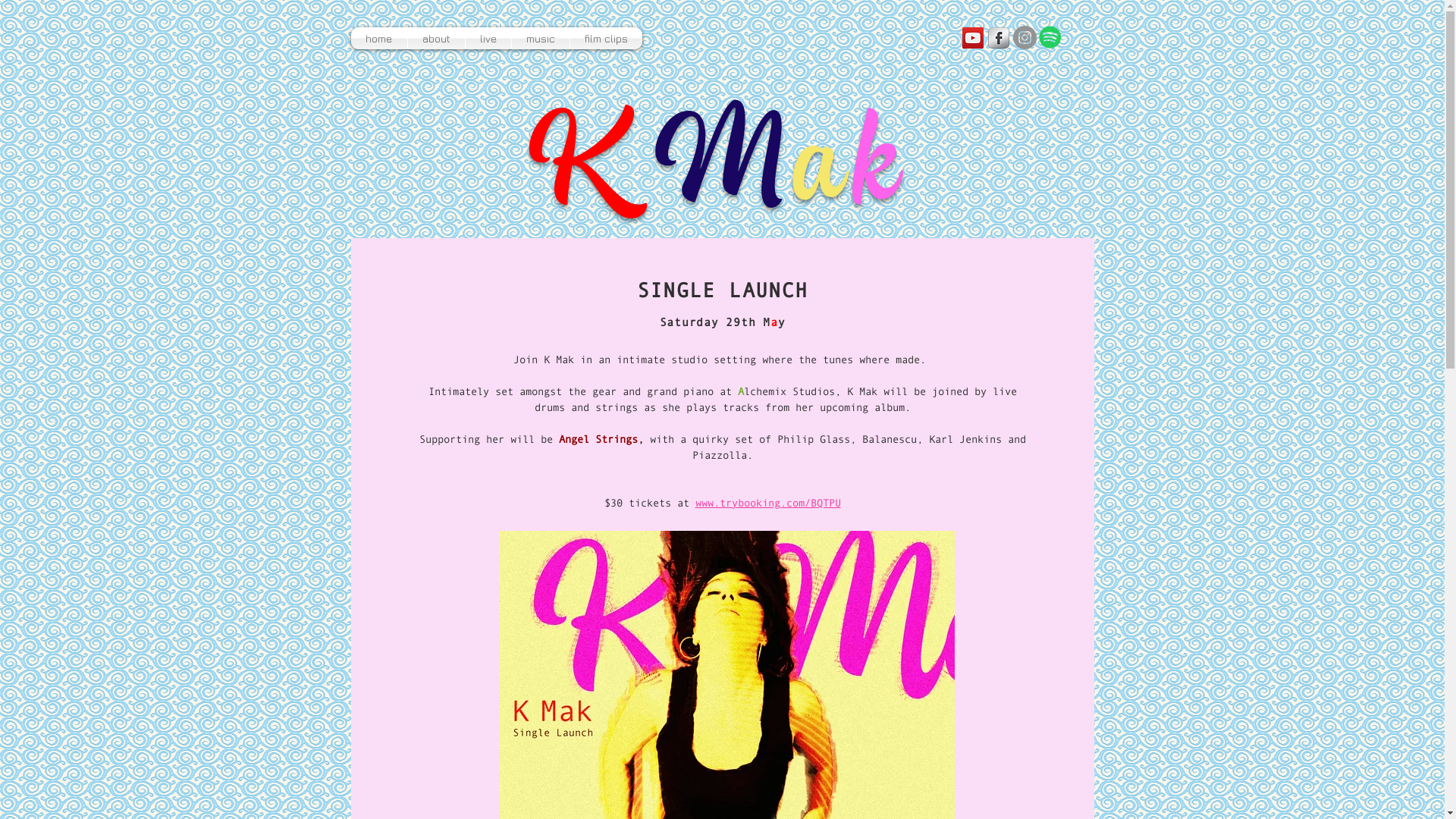  What do you see at coordinates (407, 37) in the screenshot?
I see `'about'` at bounding box center [407, 37].